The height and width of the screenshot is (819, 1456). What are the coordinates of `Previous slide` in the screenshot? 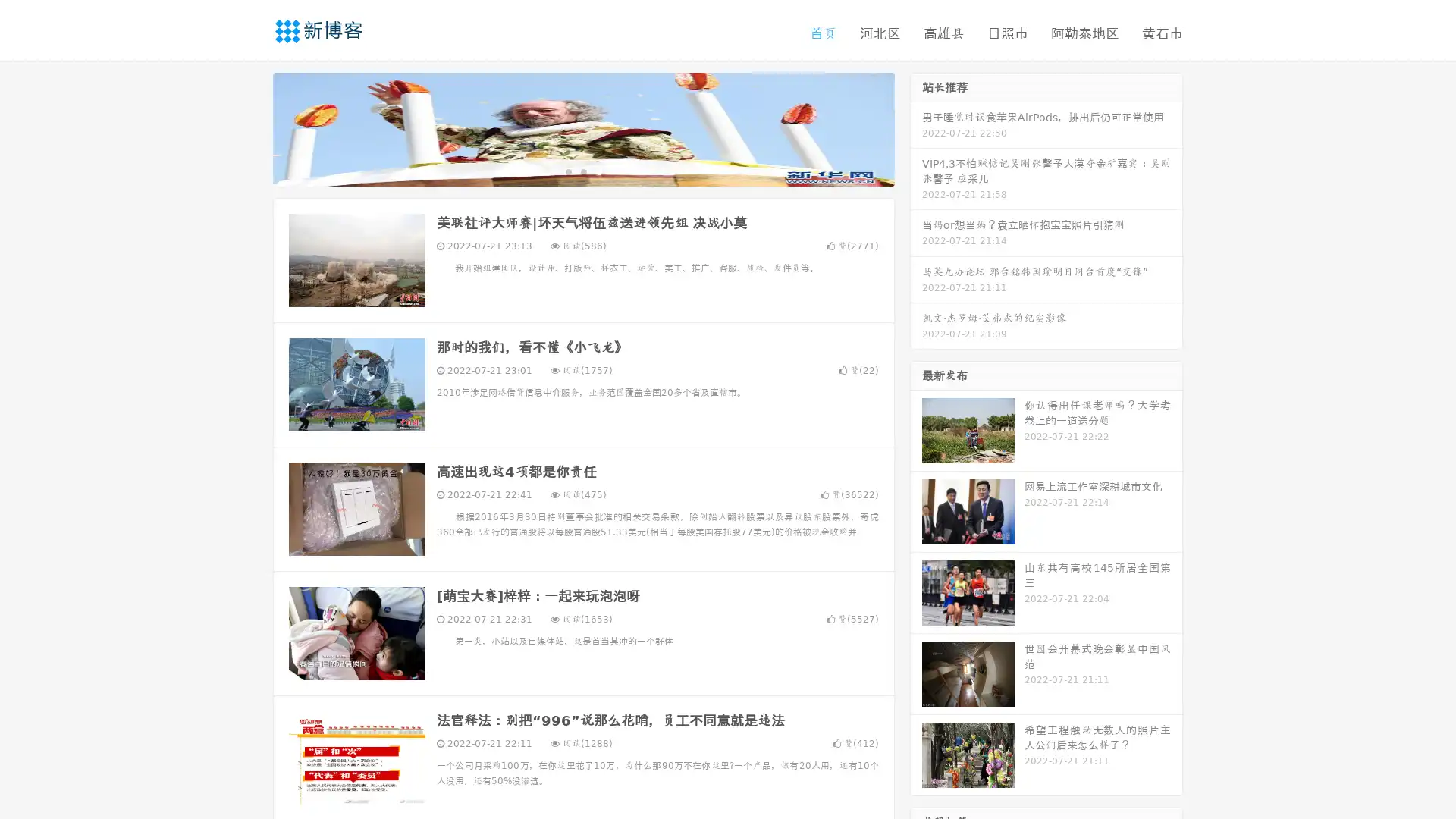 It's located at (250, 127).